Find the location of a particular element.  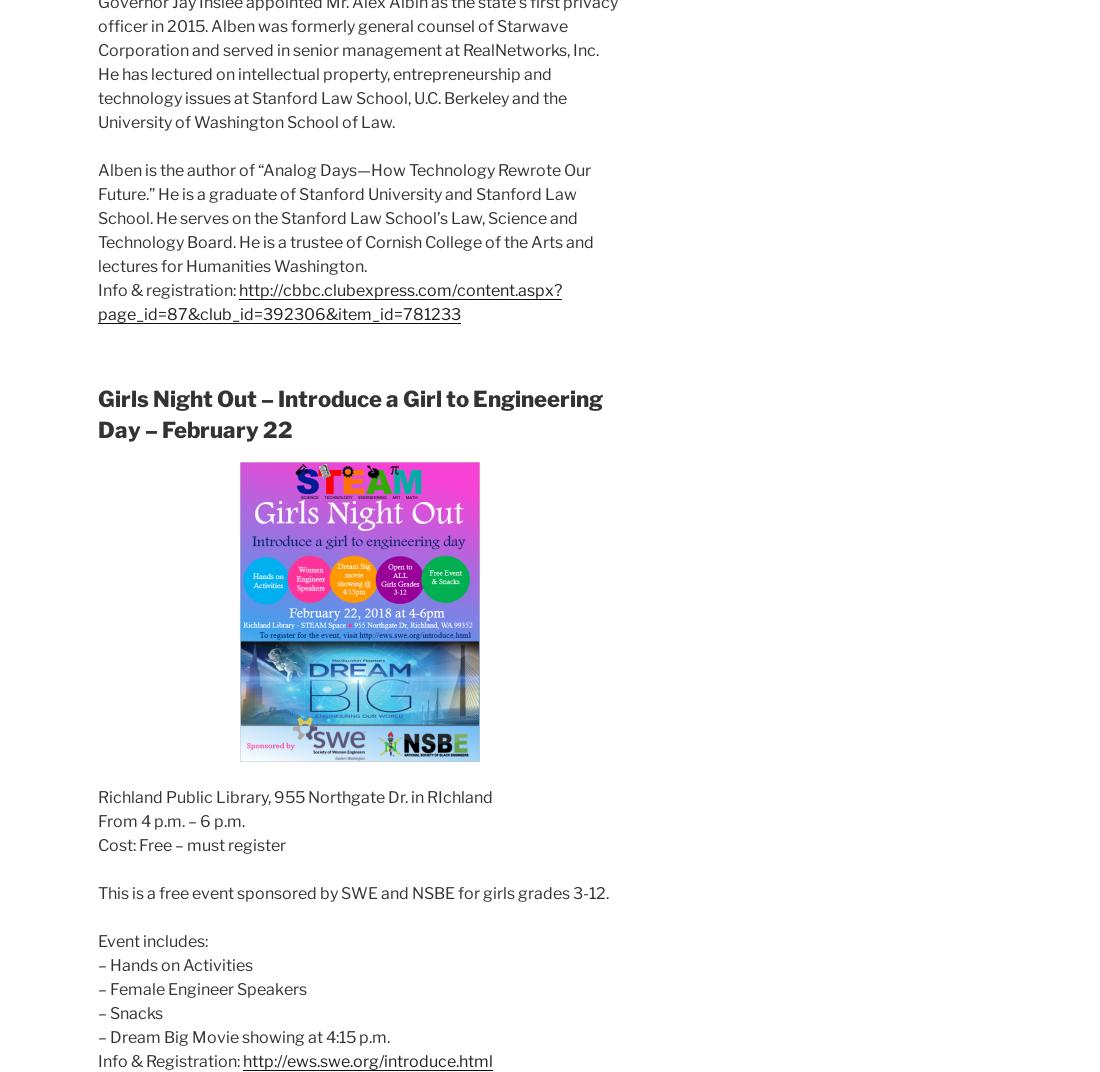

'– Snacks' is located at coordinates (130, 1012).